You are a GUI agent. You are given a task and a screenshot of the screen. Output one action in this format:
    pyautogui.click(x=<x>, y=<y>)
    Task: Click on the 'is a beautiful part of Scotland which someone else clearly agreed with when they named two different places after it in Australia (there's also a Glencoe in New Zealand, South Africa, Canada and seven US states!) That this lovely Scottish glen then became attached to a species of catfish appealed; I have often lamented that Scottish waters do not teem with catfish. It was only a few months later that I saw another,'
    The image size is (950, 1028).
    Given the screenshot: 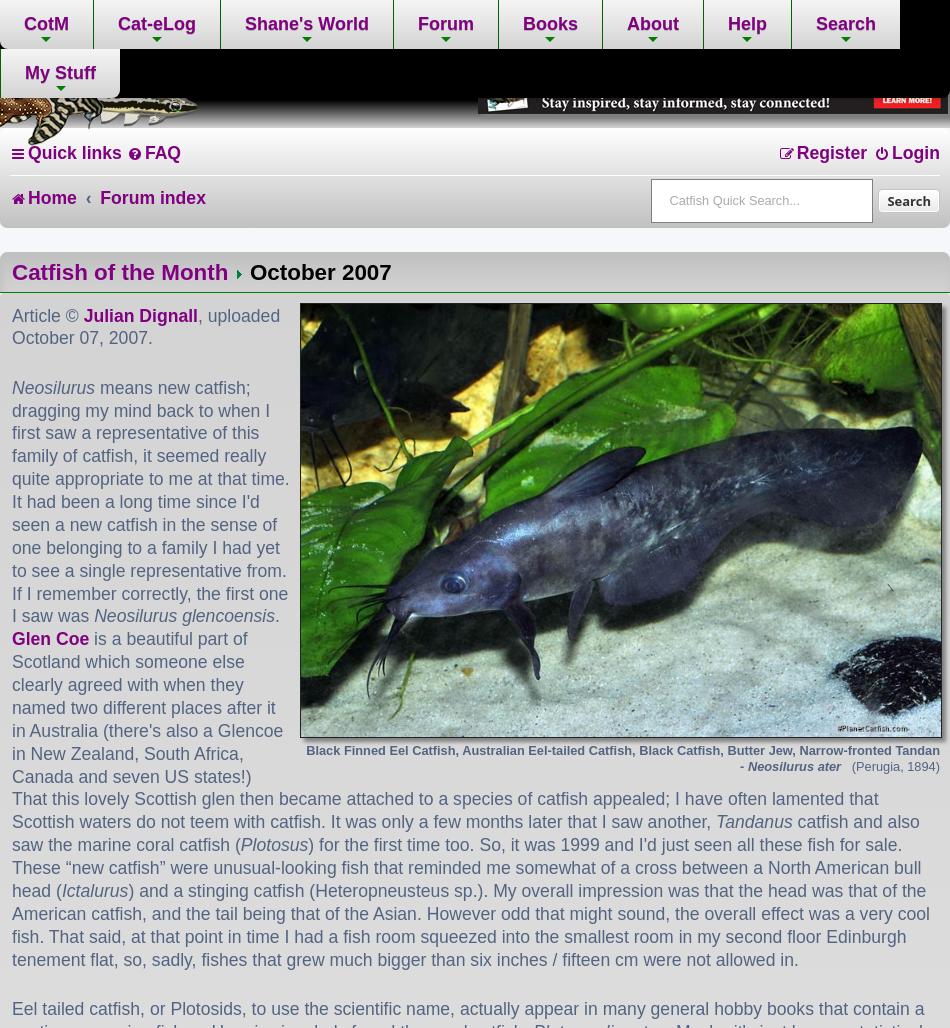 What is the action you would take?
    pyautogui.click(x=443, y=729)
    